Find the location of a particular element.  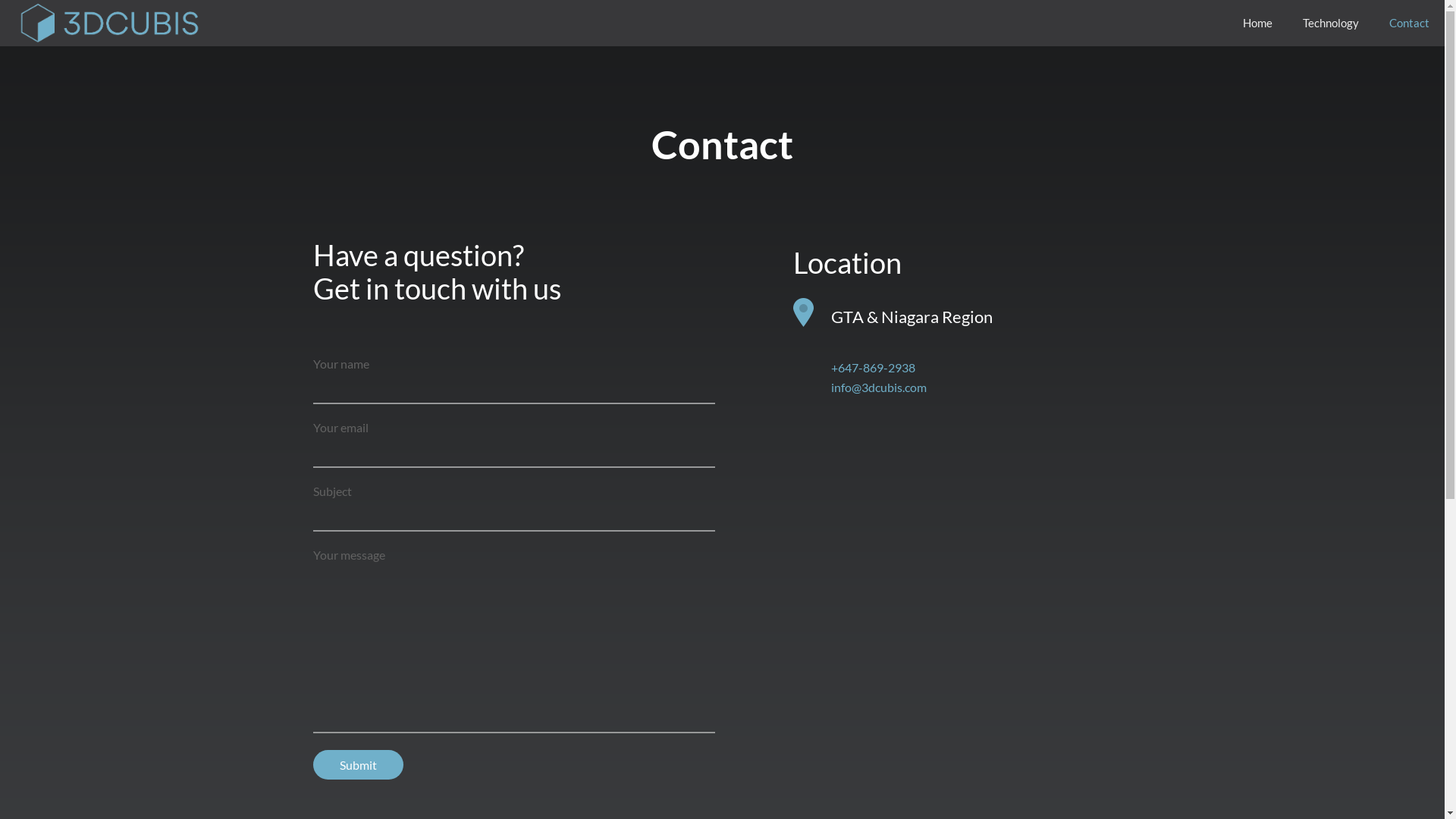

'Technology' is located at coordinates (1330, 23).